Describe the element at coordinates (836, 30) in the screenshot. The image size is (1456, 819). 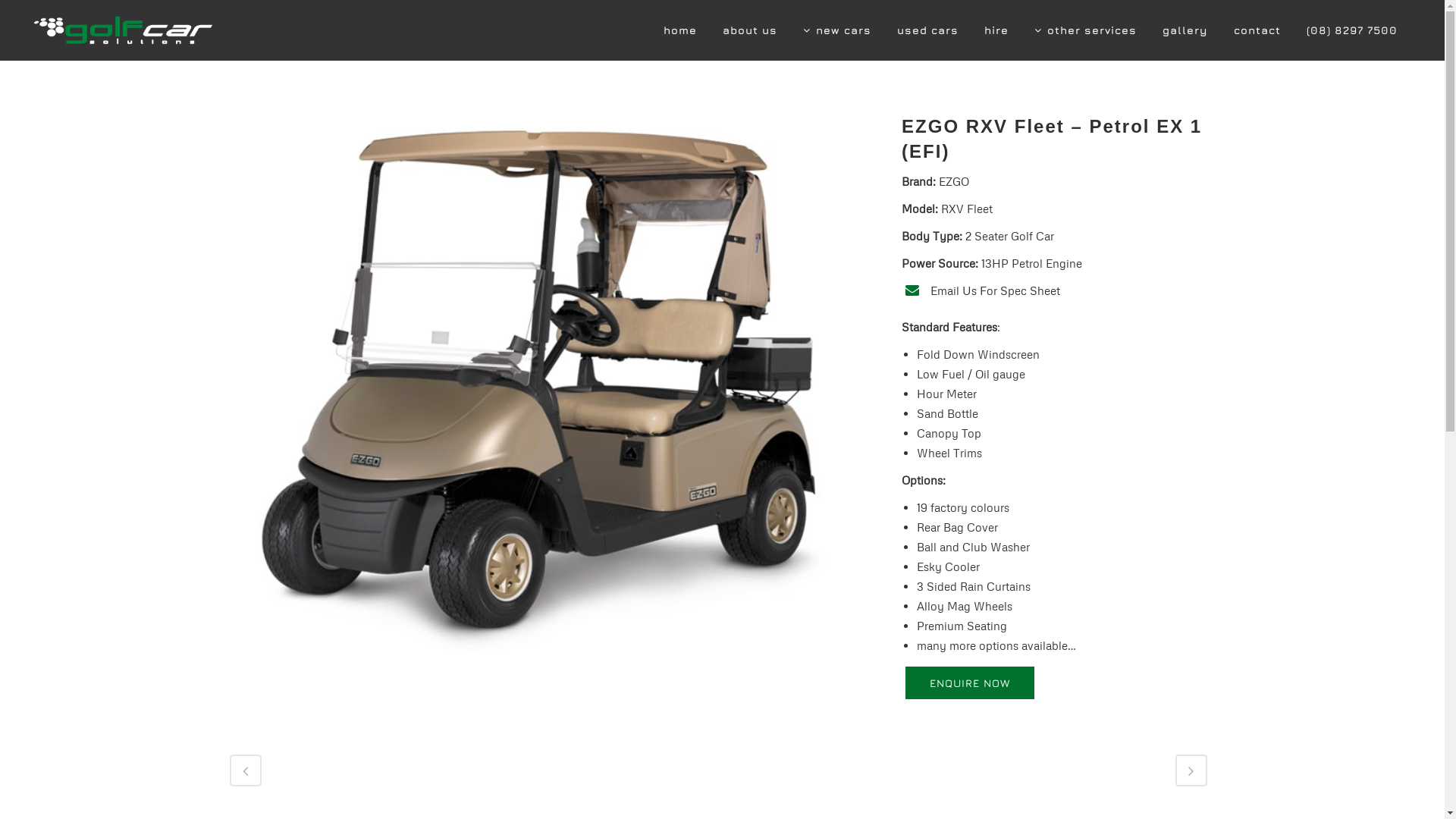
I see `'new cars'` at that location.